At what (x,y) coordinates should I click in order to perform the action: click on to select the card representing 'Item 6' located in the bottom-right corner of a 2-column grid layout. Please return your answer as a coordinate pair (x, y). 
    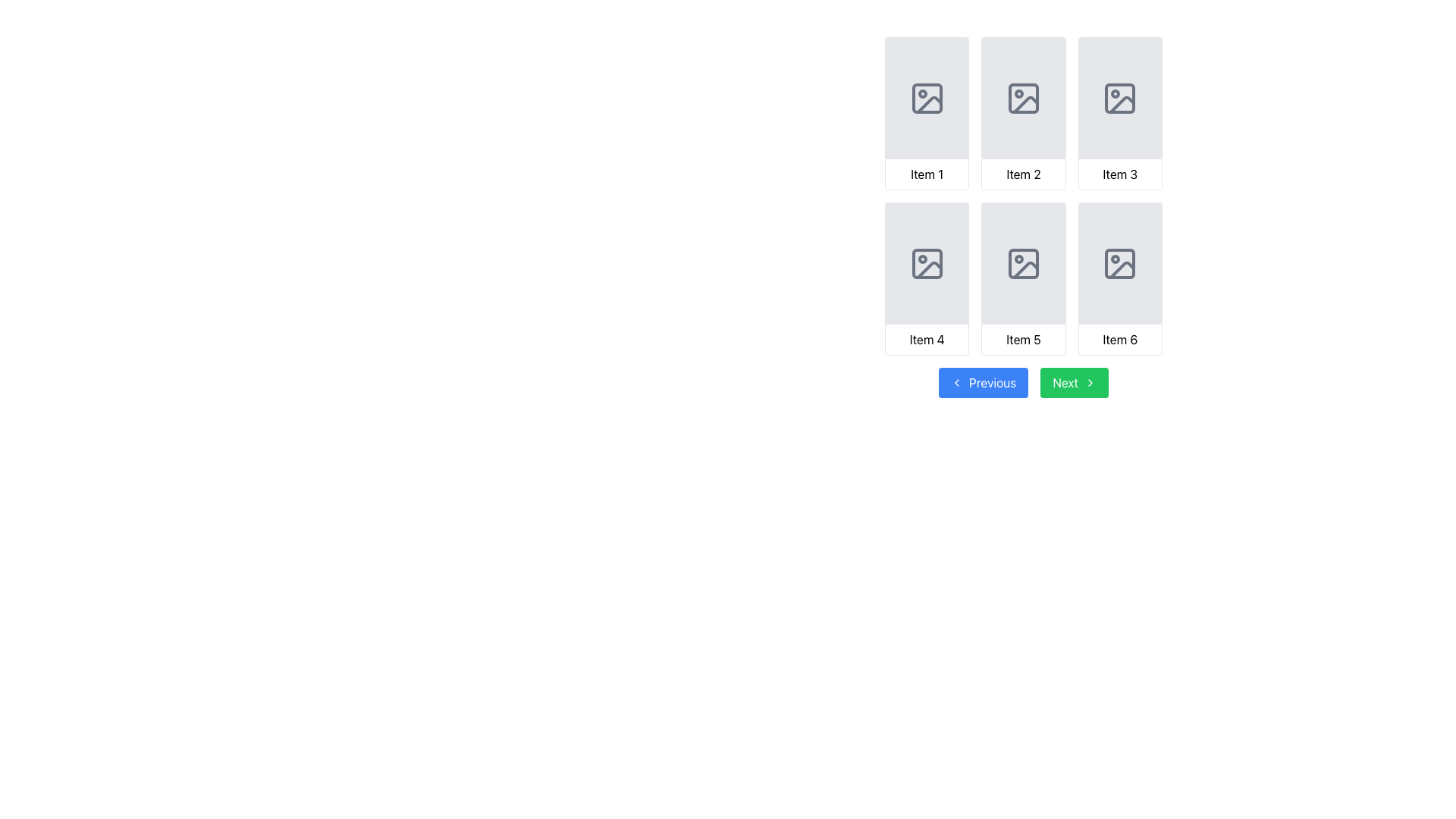
    Looking at the image, I should click on (1120, 278).